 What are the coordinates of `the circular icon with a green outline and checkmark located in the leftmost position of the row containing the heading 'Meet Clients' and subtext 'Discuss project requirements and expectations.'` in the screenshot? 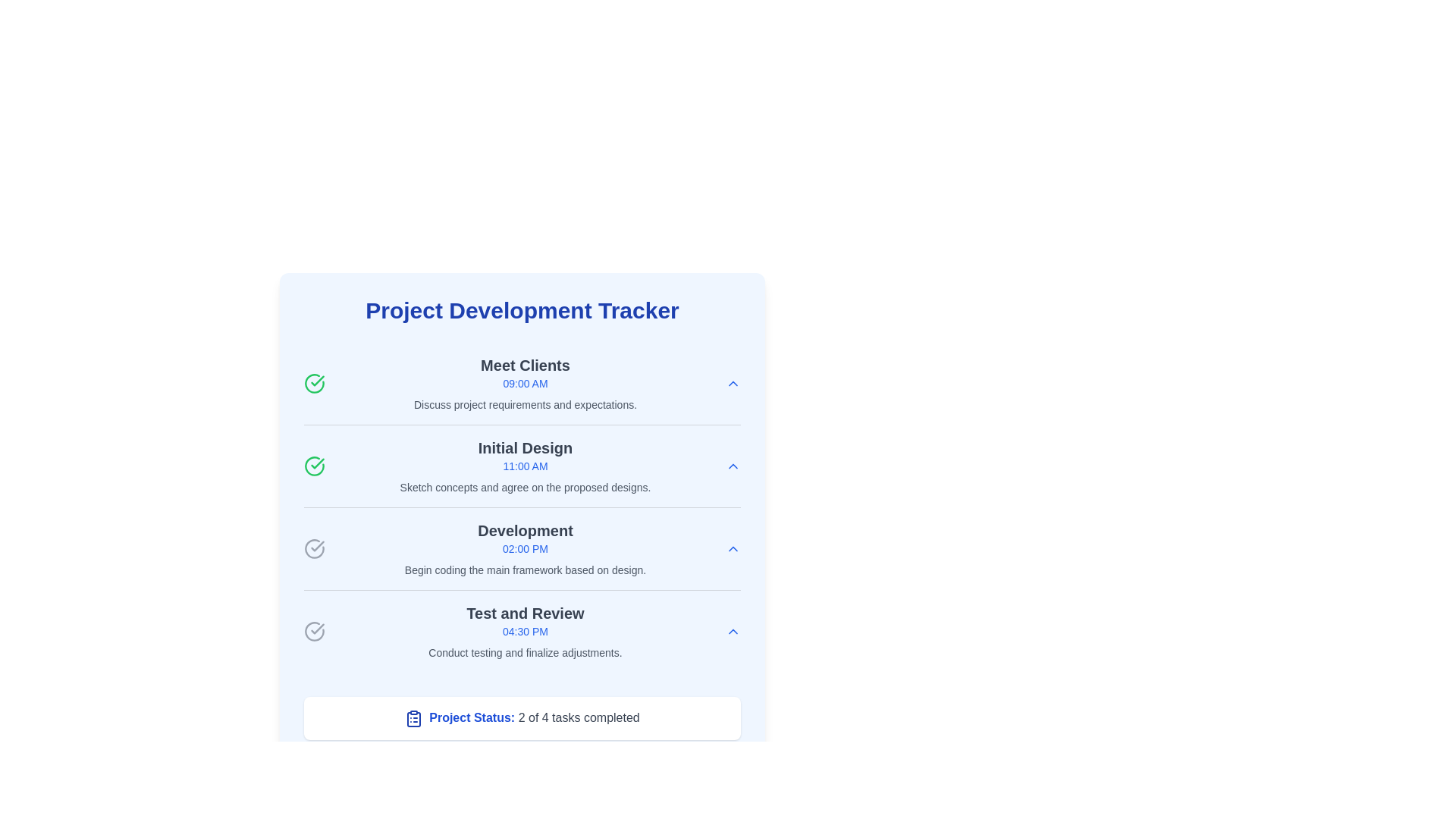 It's located at (313, 382).